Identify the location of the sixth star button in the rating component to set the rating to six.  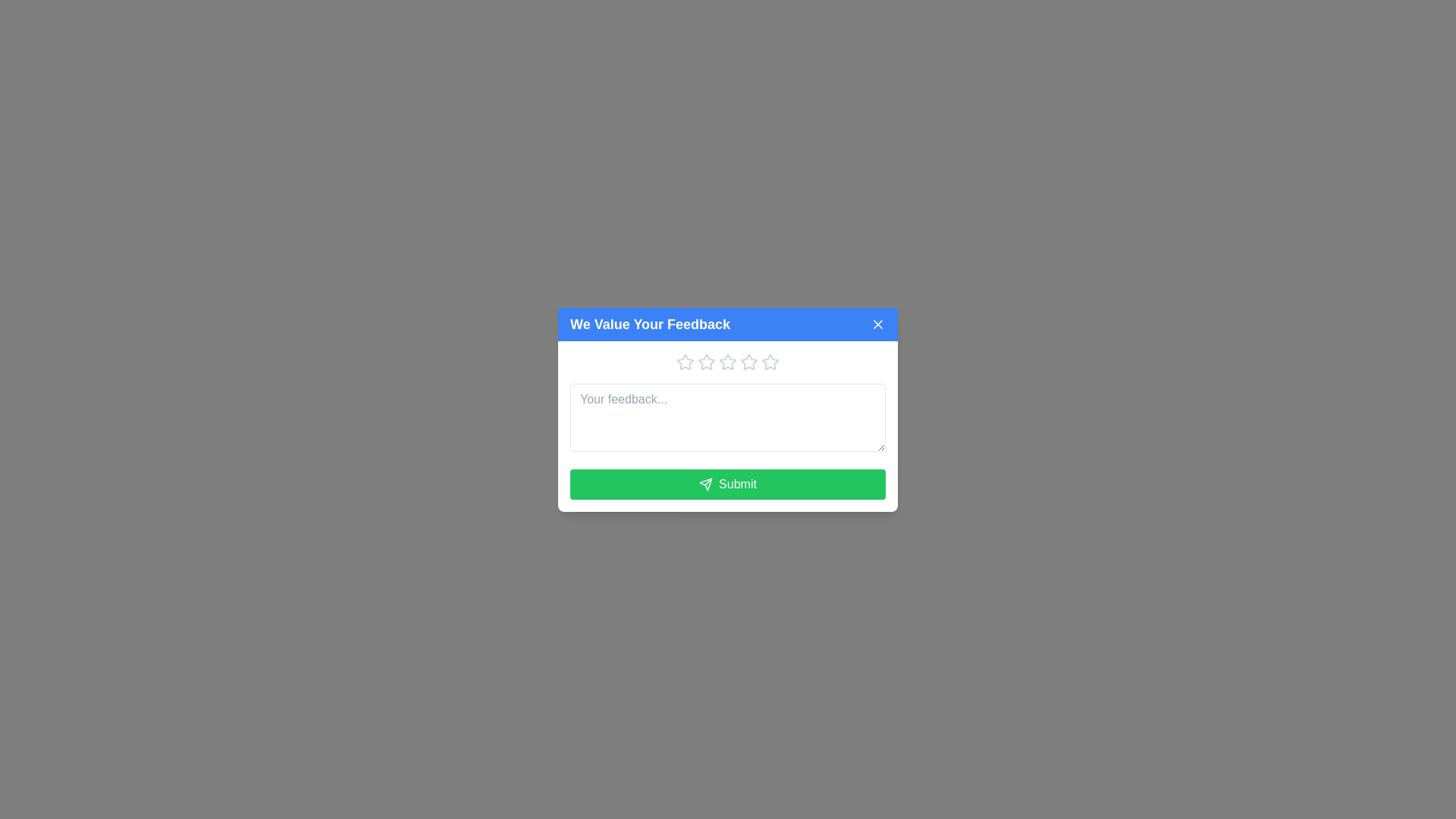
(749, 362).